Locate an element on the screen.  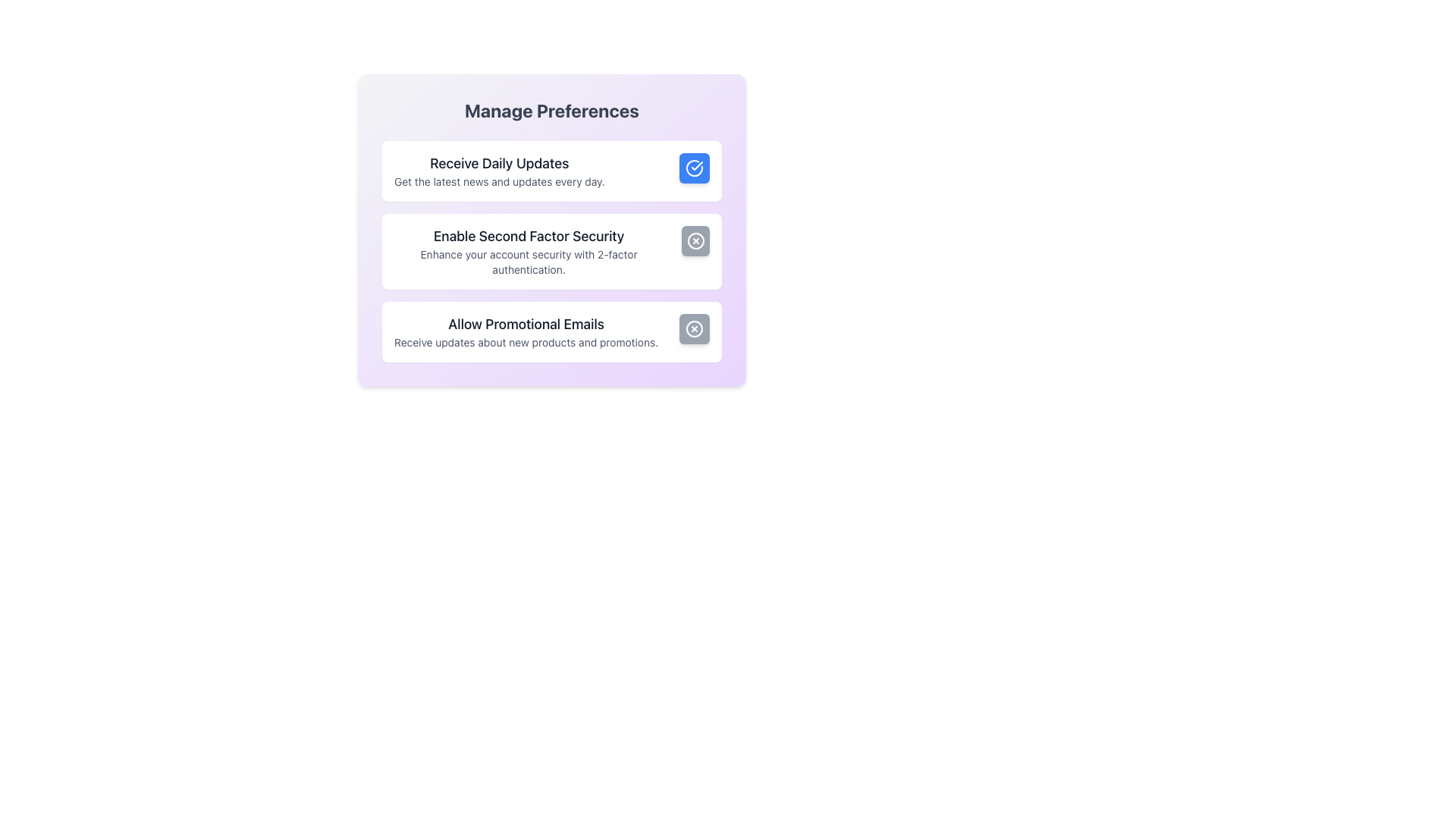
the circular toggle button with a gray background and a white 'x' icon is located at coordinates (694, 328).